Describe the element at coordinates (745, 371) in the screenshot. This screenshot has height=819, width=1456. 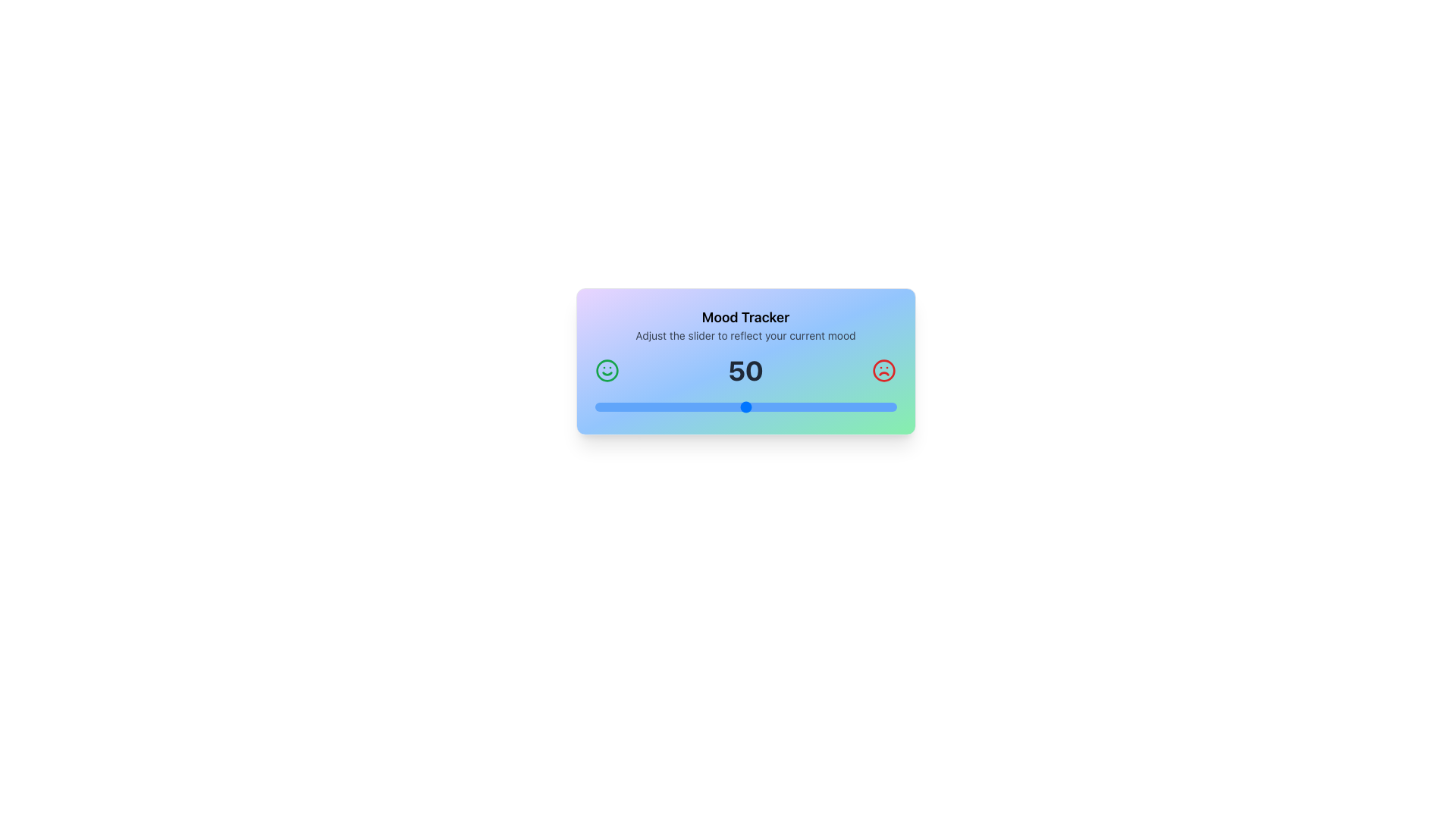
I see `the Text Display element that shows the number '50' in bold, large dark gray font, centrally placed in the mood tracker interface` at that location.